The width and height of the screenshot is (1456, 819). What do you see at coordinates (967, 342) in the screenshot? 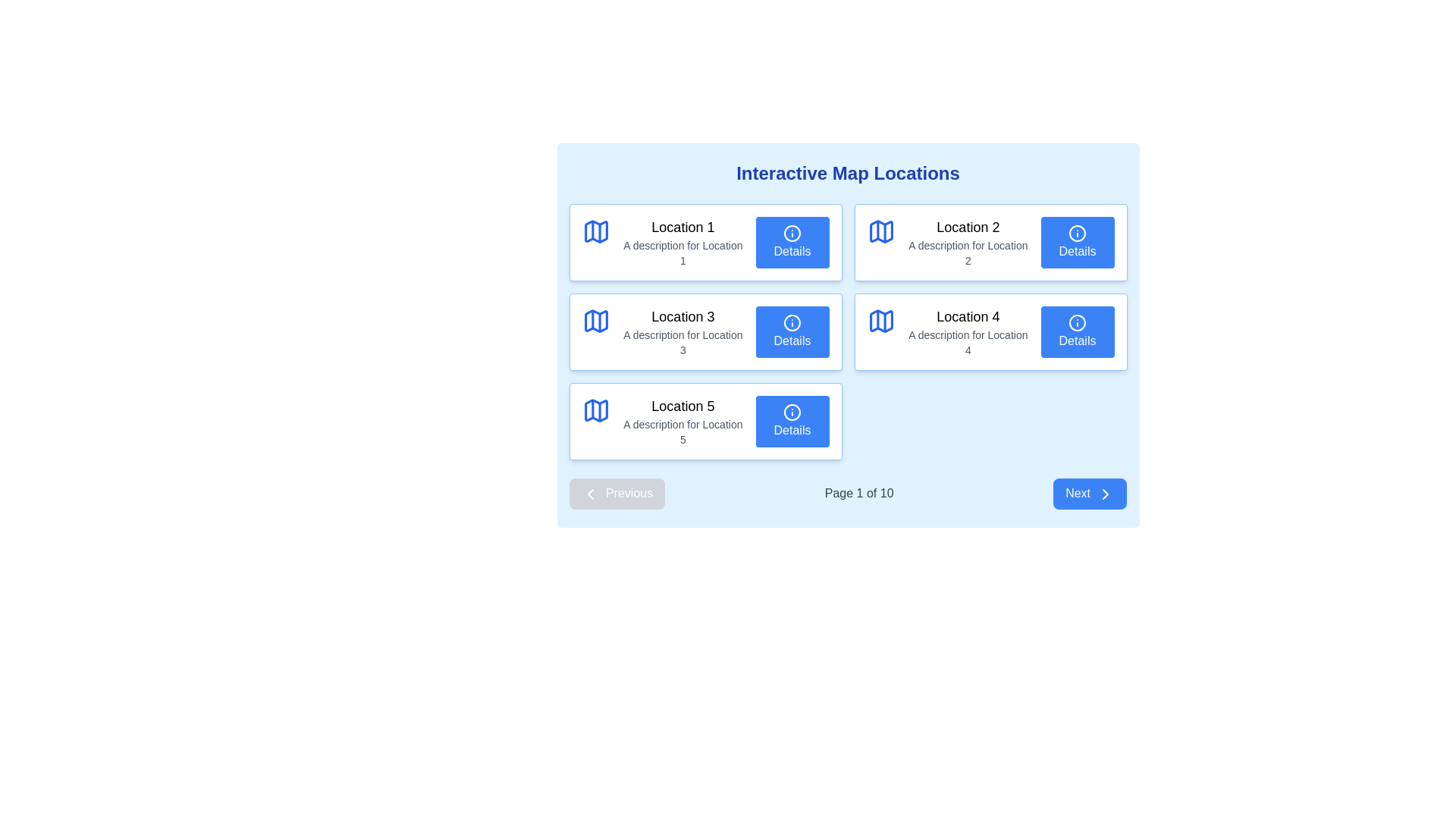
I see `the non-interactive informative text located directly below the headline 'Location 4' in the fourth box of the grid layout` at bounding box center [967, 342].